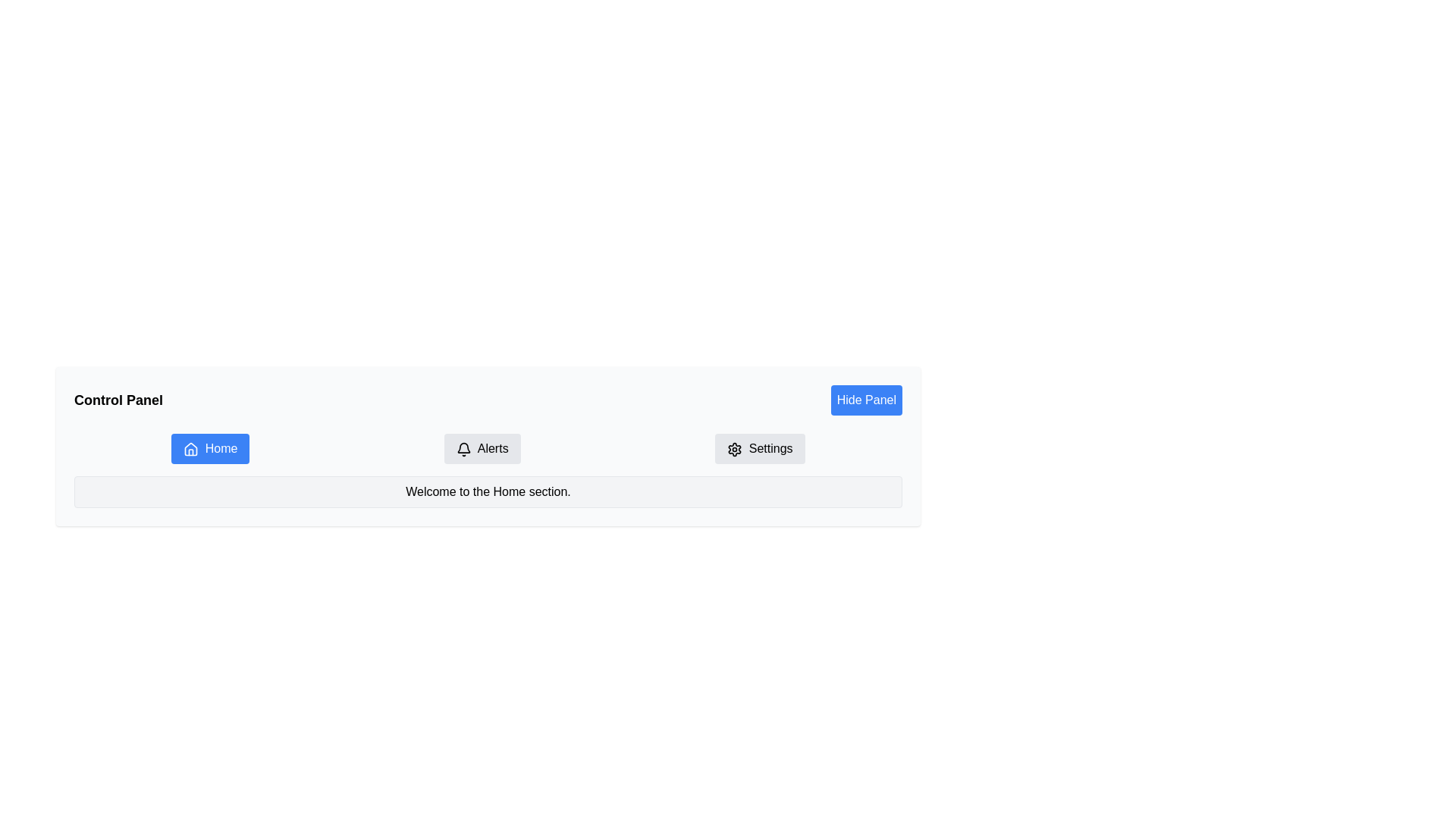 The height and width of the screenshot is (819, 1456). Describe the element at coordinates (760, 447) in the screenshot. I see `the button located in the navigation menu bar at the far right, which navigates users to the settings page` at that location.